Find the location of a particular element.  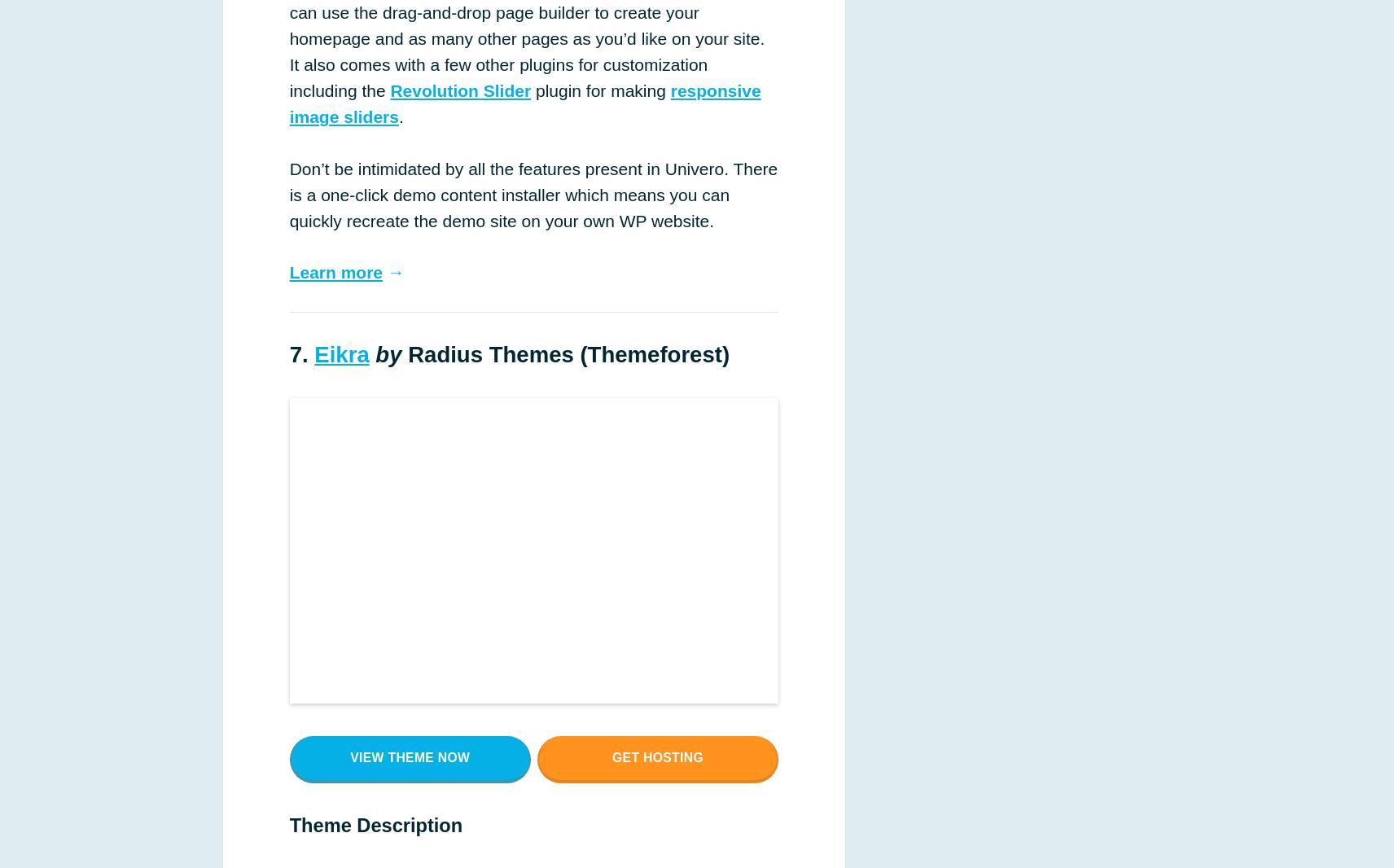

'Revolution Slider' is located at coordinates (459, 90).